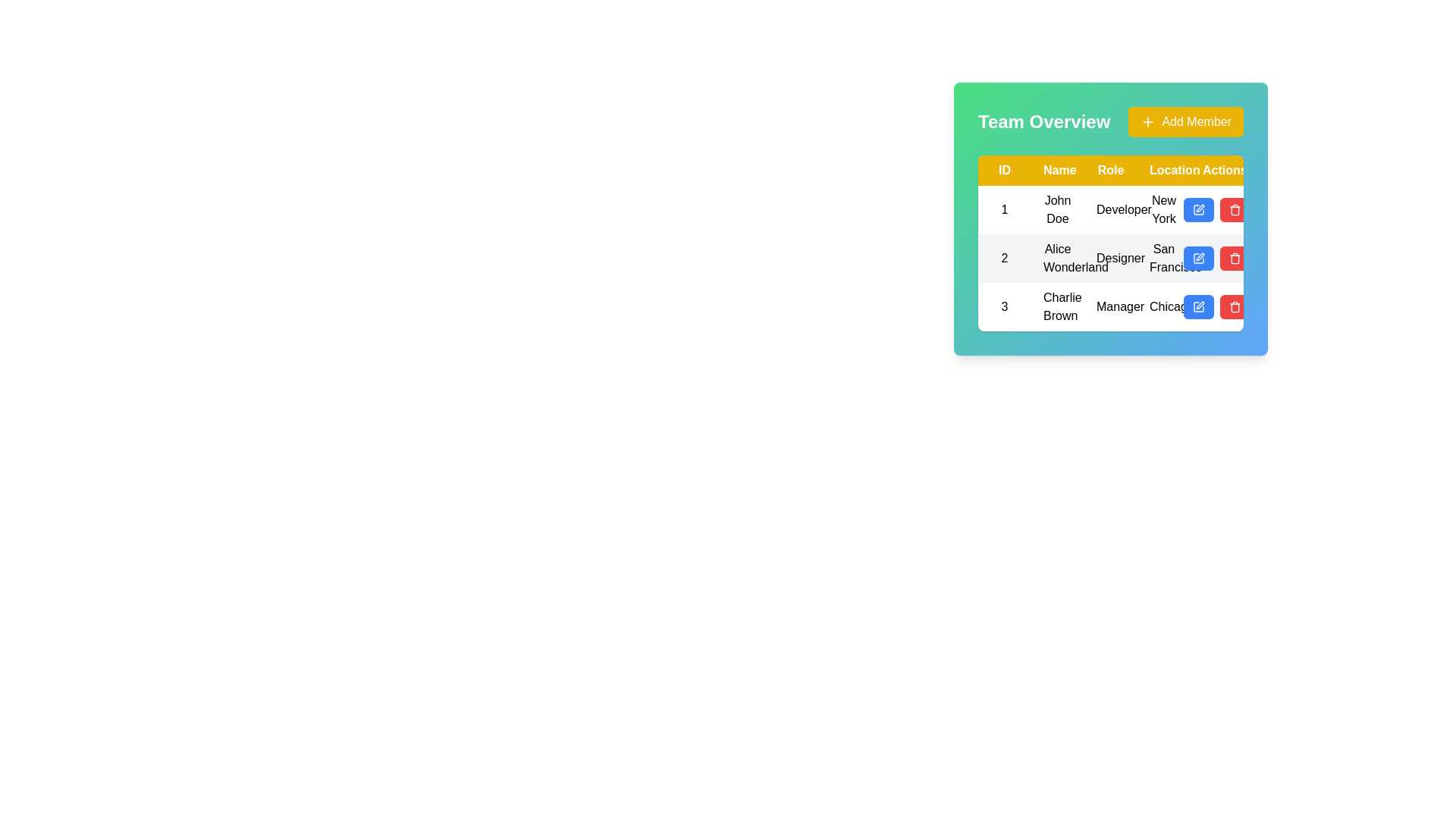 The image size is (1456, 819). Describe the element at coordinates (1057, 210) in the screenshot. I see `the non-interactive text label displaying the name of an individual in the second column of the first row of the 'Team Overview' table` at that location.